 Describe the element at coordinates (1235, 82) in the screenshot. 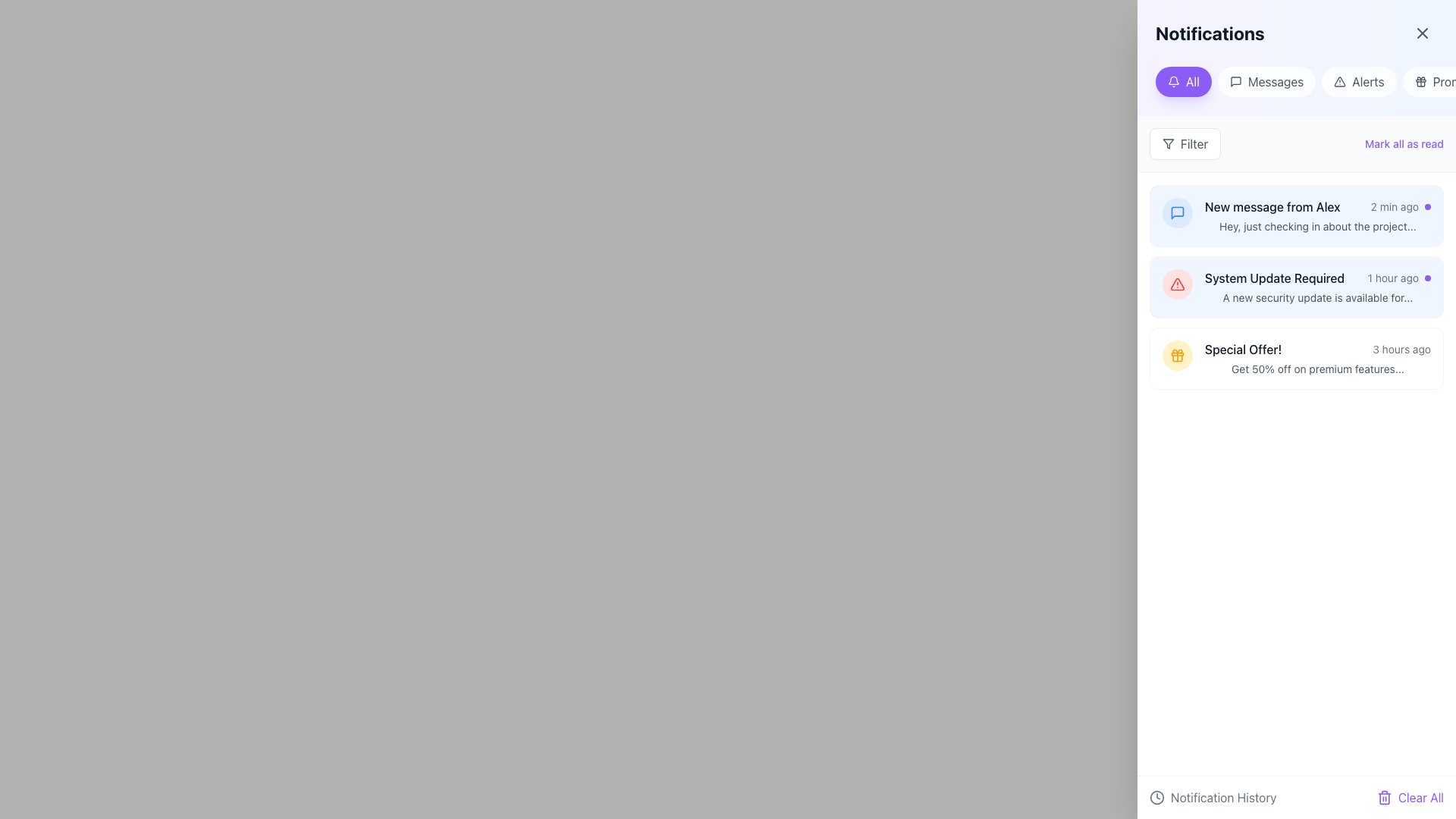

I see `the message icon, which resembles a speech bubble and is located in the top right section of the notification panel` at that location.